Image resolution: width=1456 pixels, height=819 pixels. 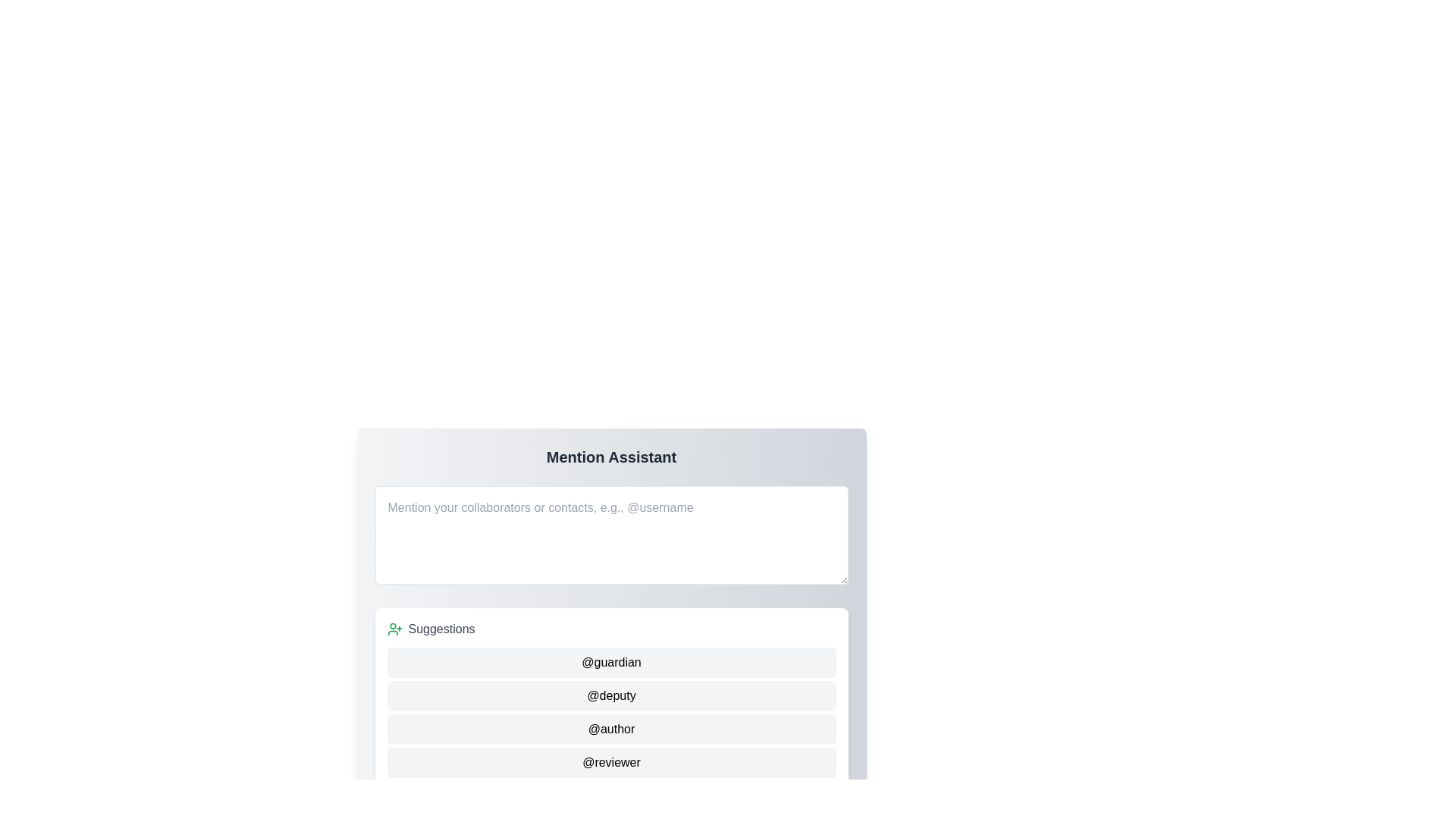 I want to click on the text label indicating user suggestions, located to the right of a green user icon, for accessibility navigation, so click(x=441, y=629).